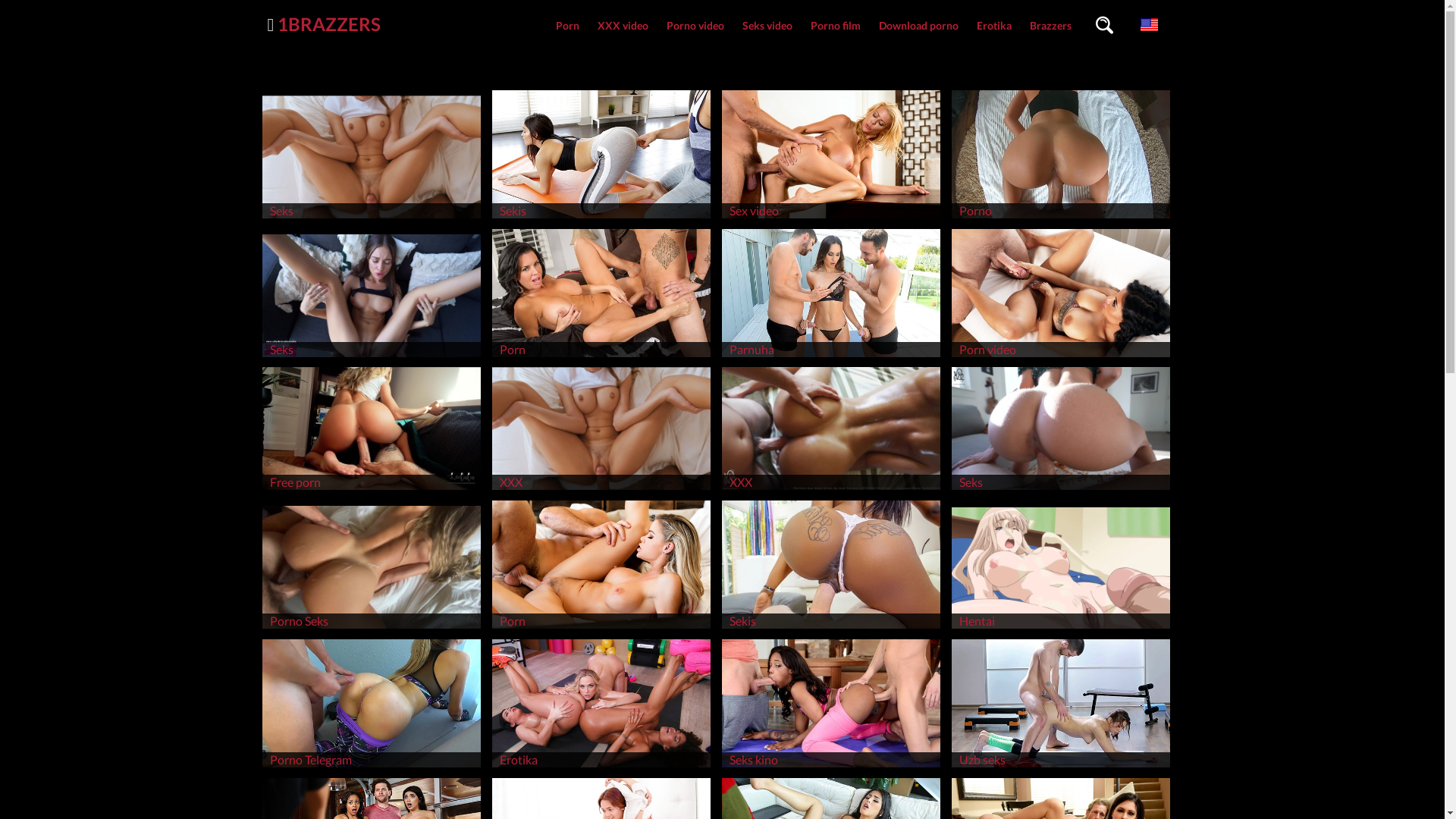 The width and height of the screenshot is (1456, 819). Describe the element at coordinates (566, 26) in the screenshot. I see `'Porn'` at that location.